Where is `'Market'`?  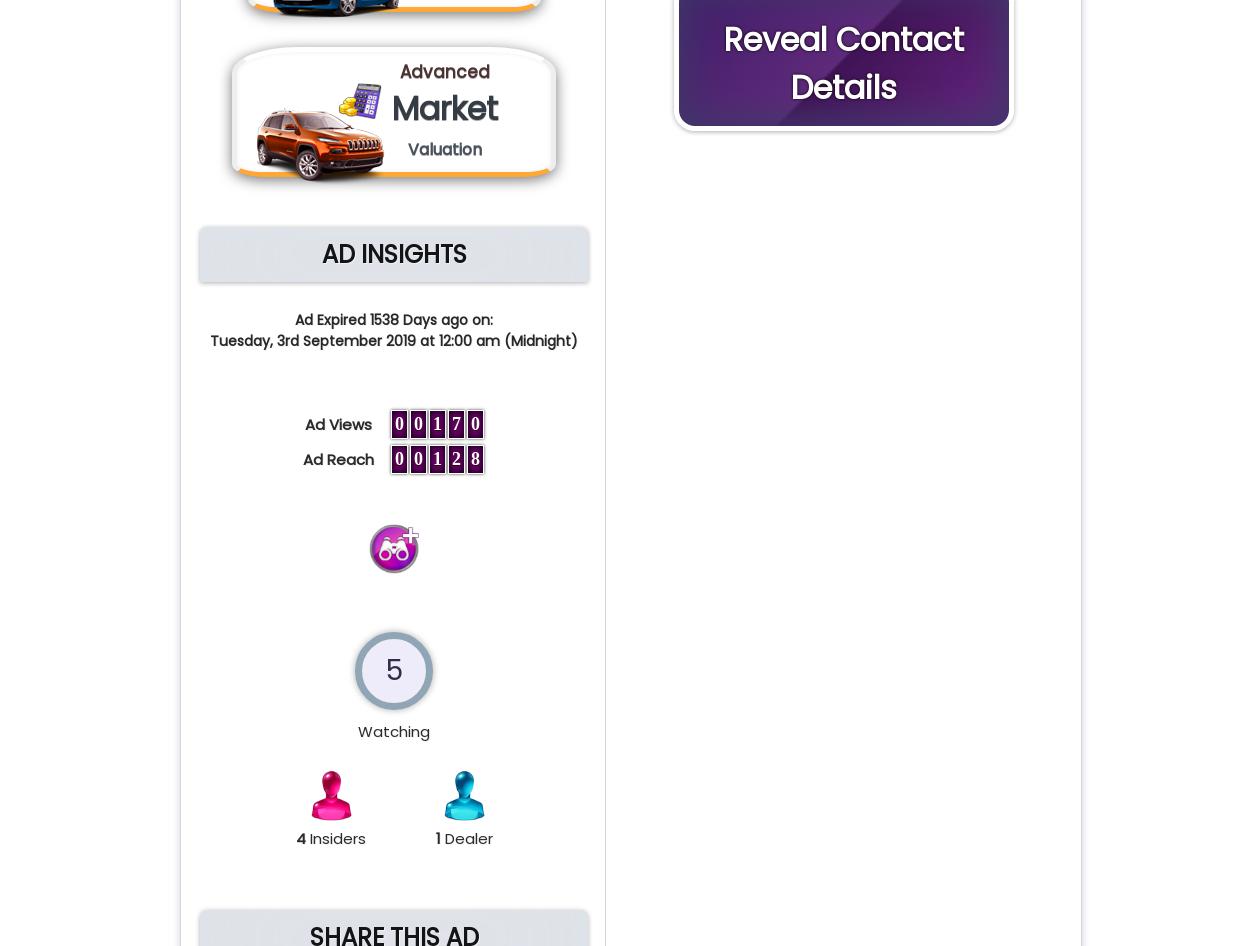 'Market' is located at coordinates (445, 107).